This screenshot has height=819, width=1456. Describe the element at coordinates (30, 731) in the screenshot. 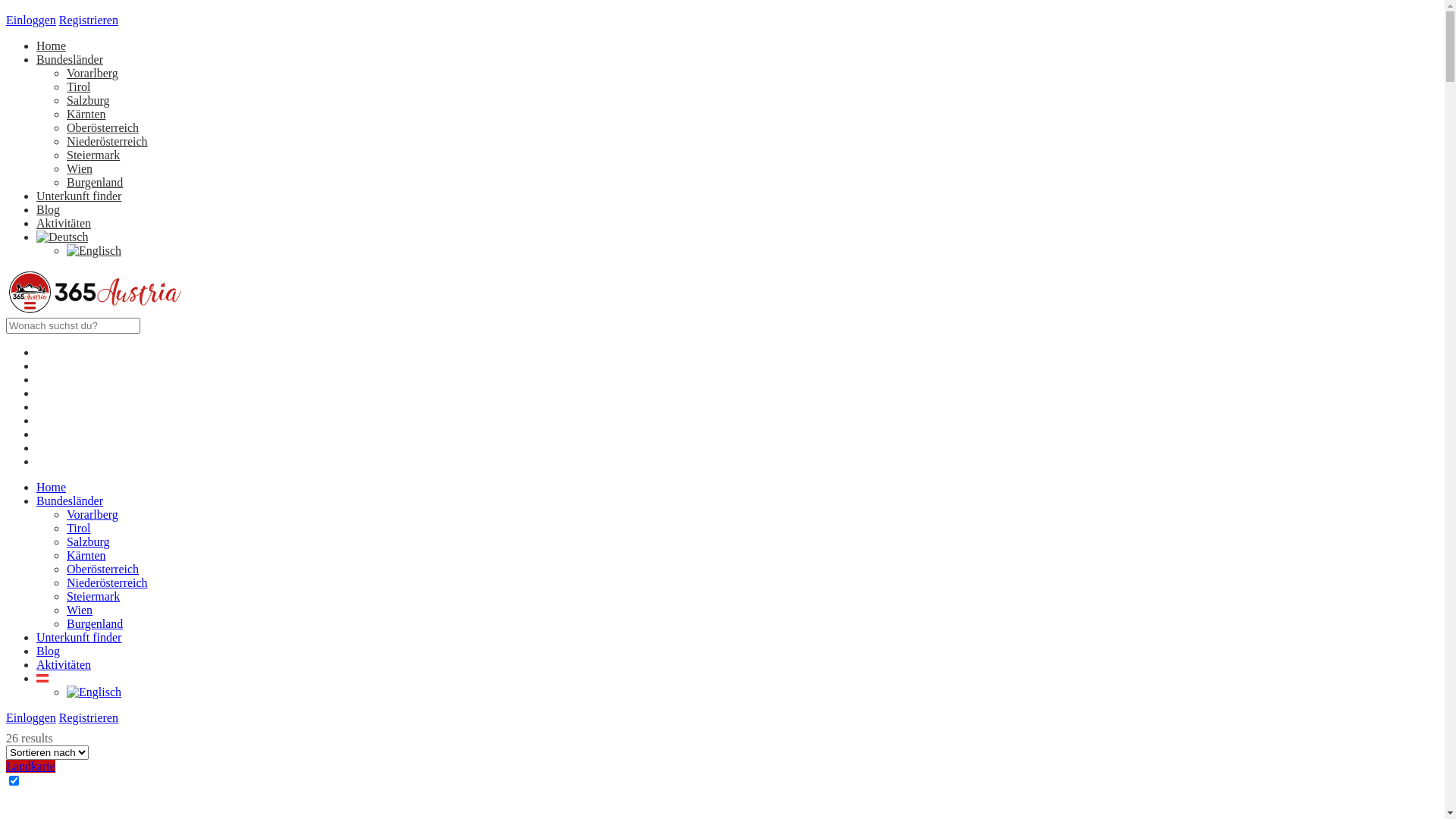

I see `'Landkarte'` at that location.